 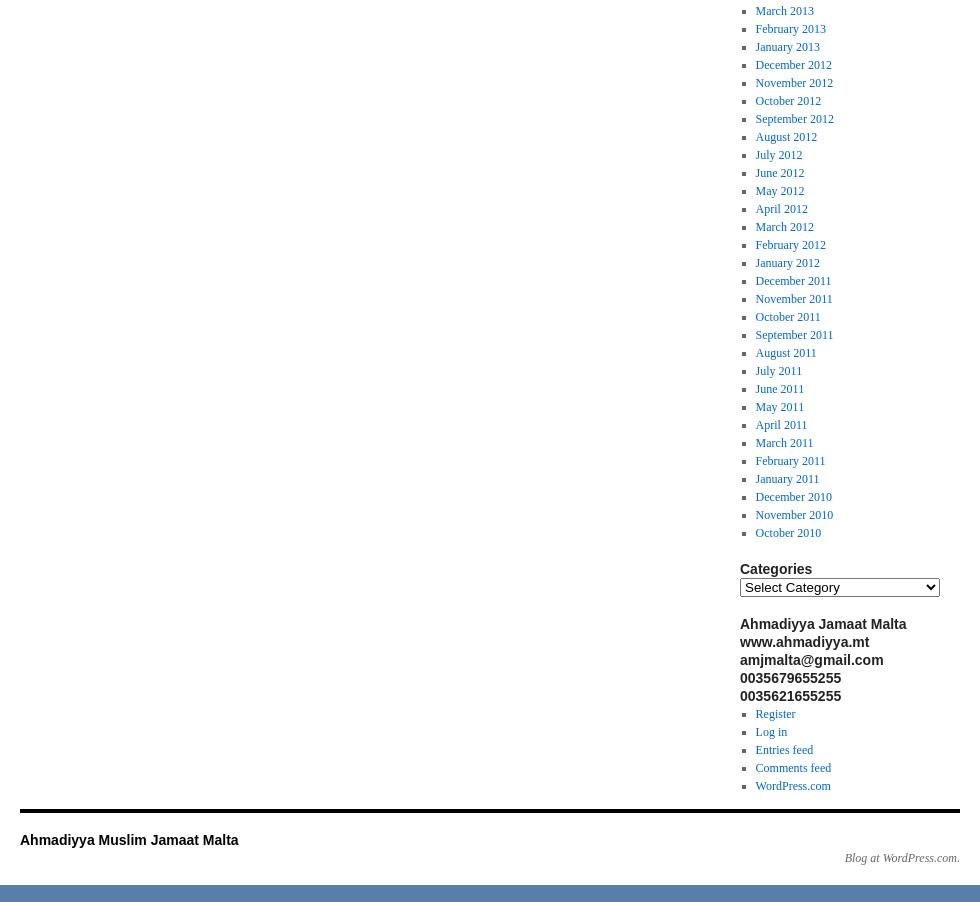 I want to click on 'August 2012', so click(x=785, y=136).